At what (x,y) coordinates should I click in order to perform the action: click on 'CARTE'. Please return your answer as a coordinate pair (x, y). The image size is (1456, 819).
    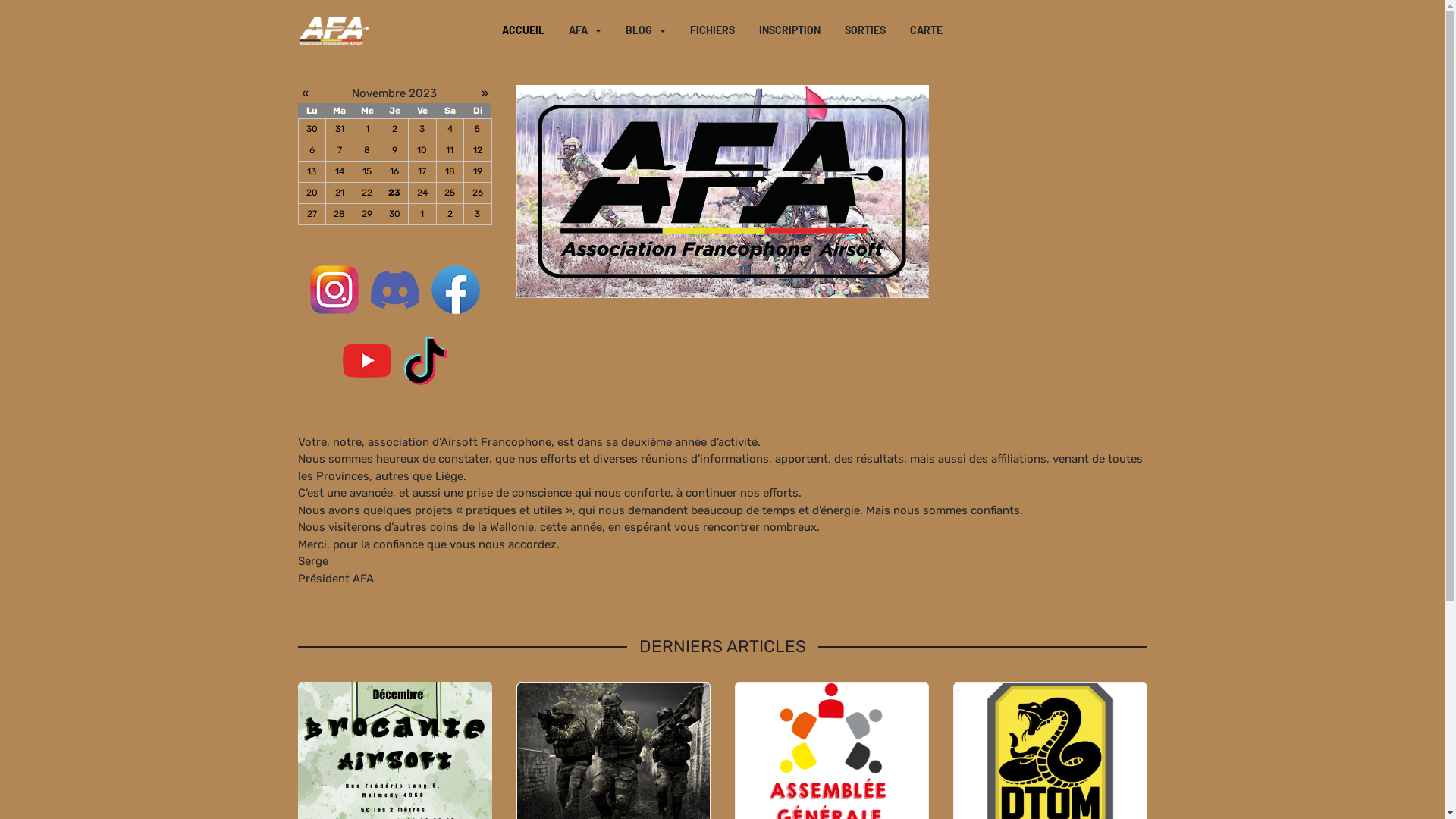
    Looking at the image, I should click on (925, 30).